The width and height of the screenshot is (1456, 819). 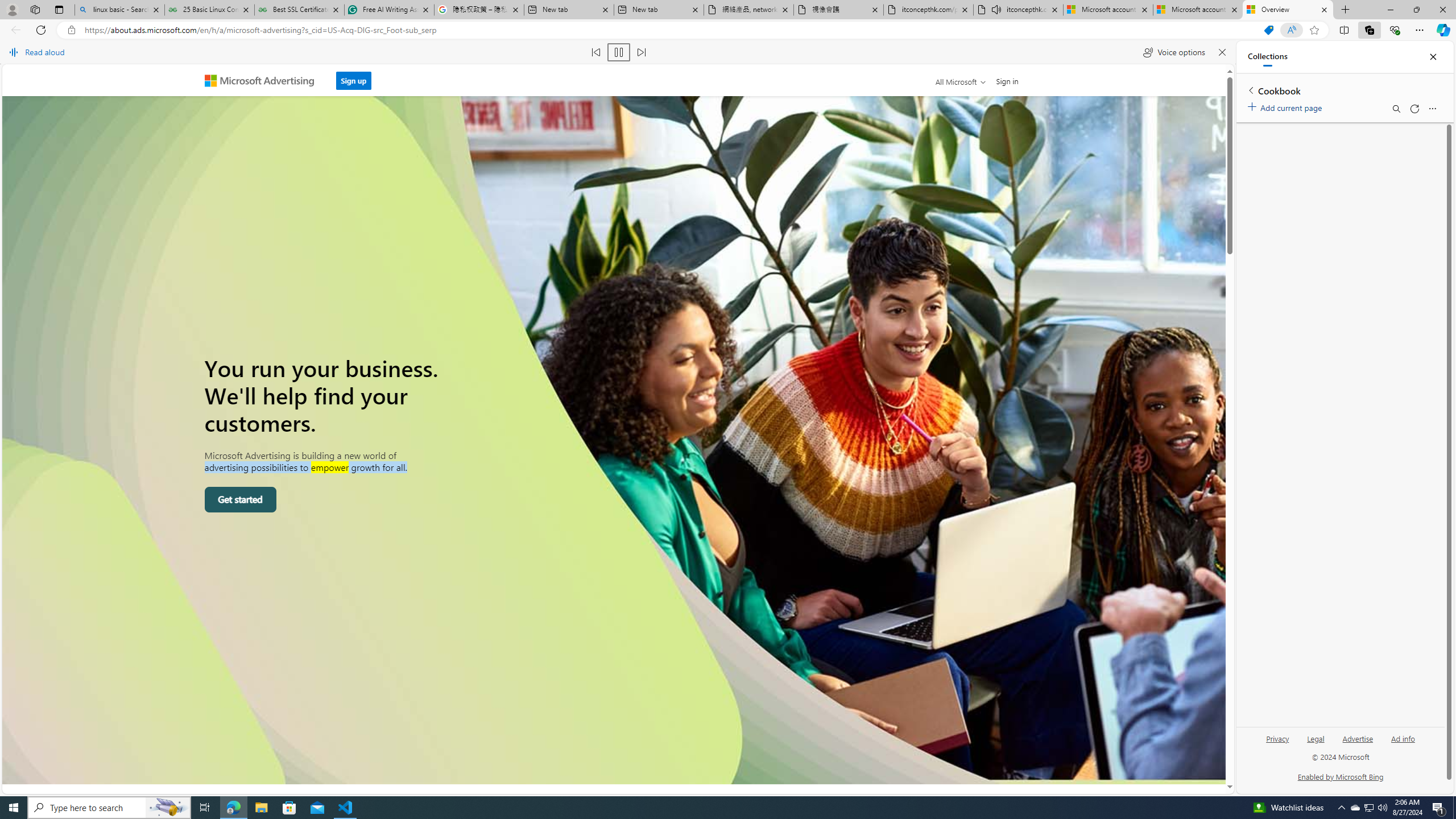 What do you see at coordinates (1287, 105) in the screenshot?
I see `'Add current page'` at bounding box center [1287, 105].